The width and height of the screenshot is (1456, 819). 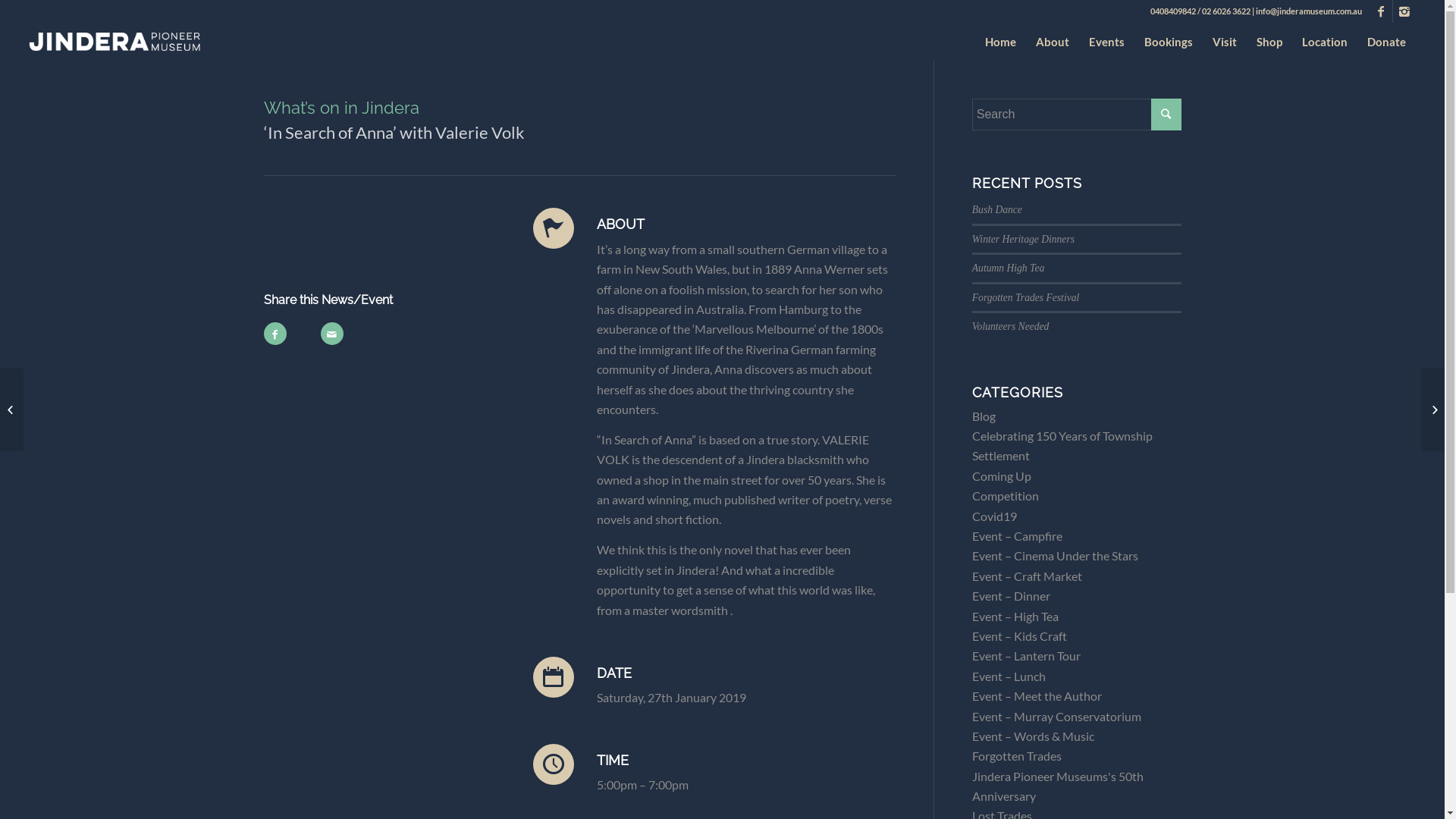 I want to click on 'Home', so click(x=975, y=40).